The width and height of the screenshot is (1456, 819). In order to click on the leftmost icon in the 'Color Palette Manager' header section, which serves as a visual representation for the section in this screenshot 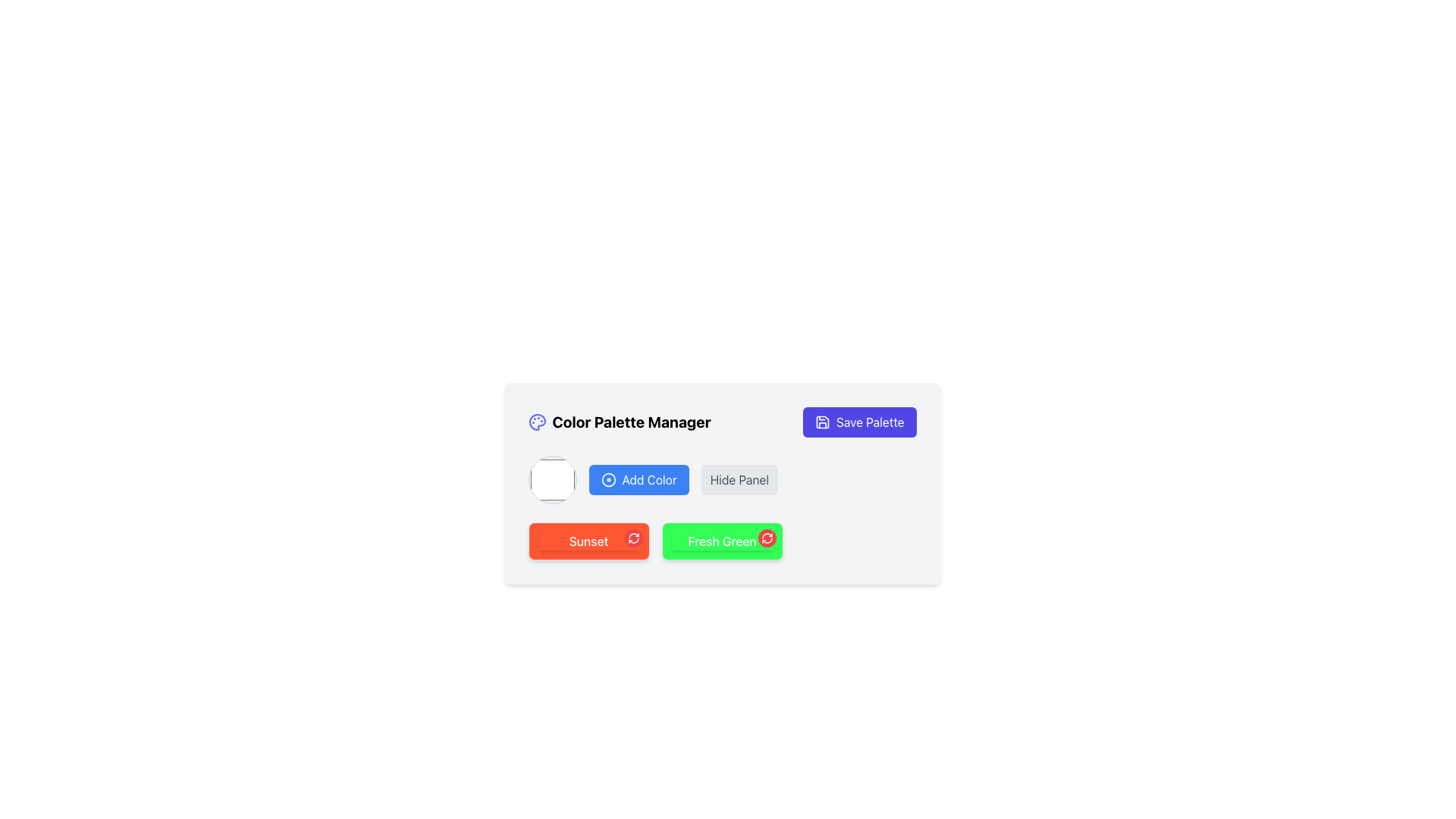, I will do `click(537, 422)`.